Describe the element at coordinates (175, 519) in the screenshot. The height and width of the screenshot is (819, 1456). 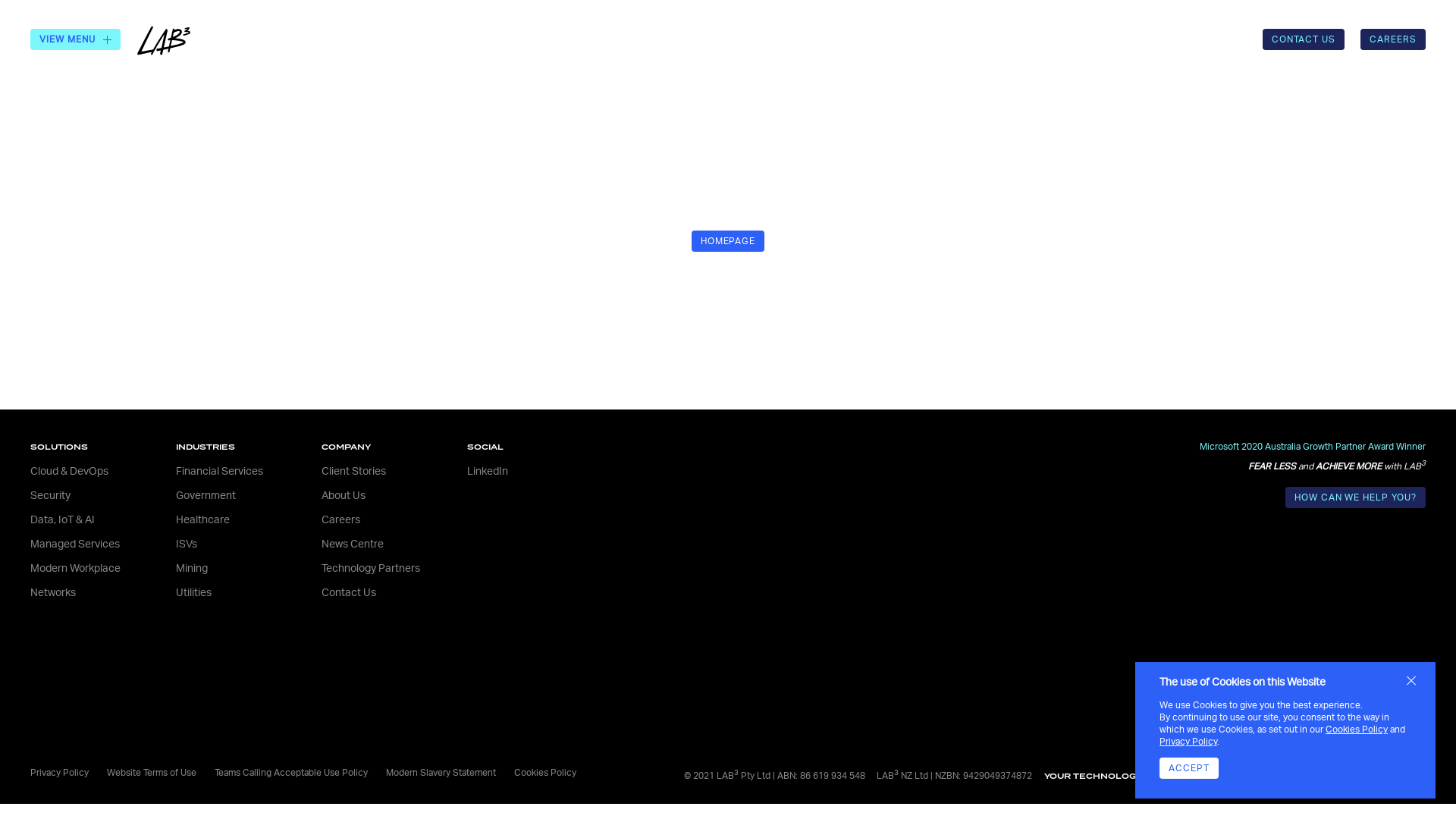
I see `'Healthcare'` at that location.